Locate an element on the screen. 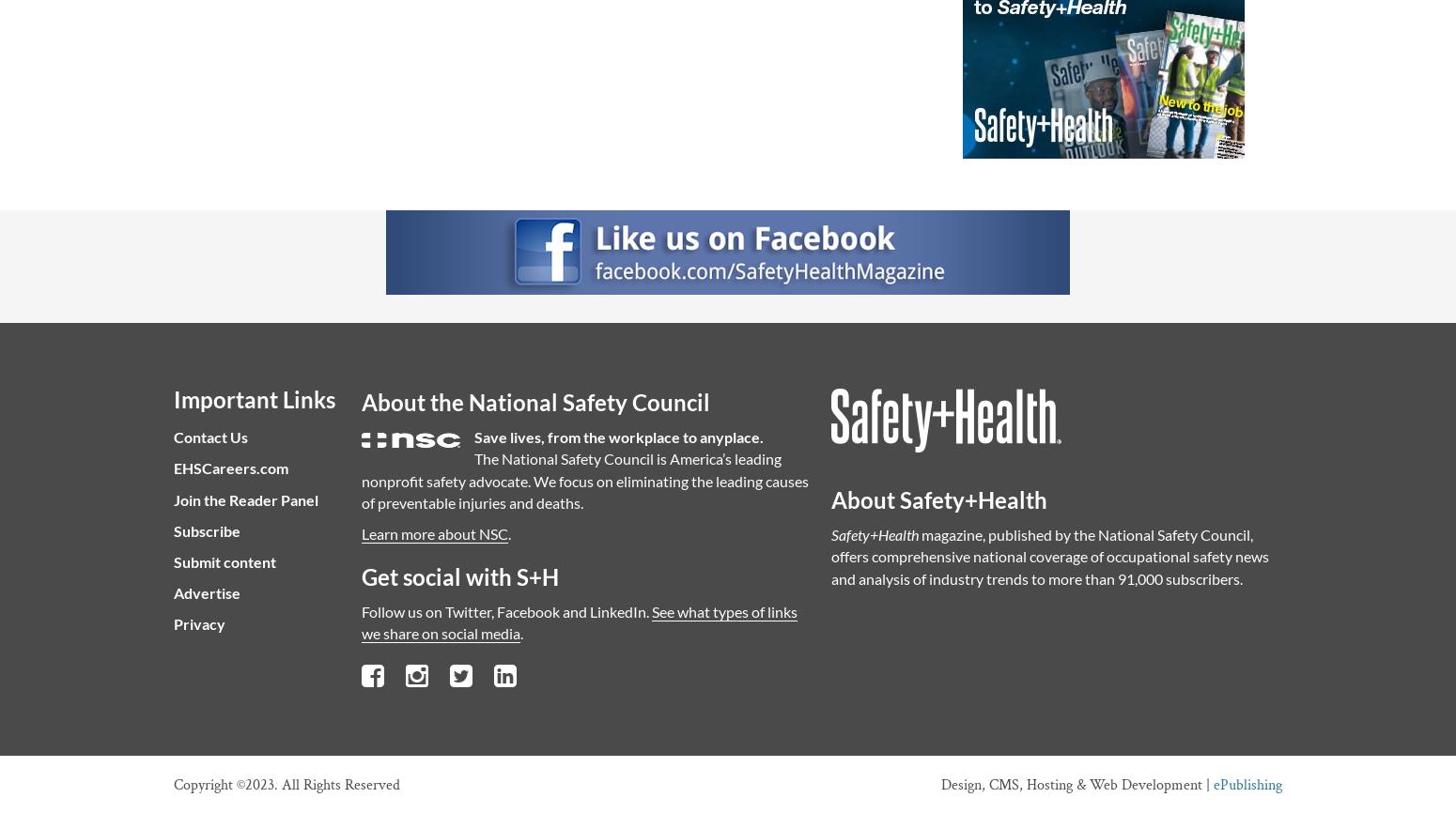  'Privacy' is located at coordinates (198, 622).